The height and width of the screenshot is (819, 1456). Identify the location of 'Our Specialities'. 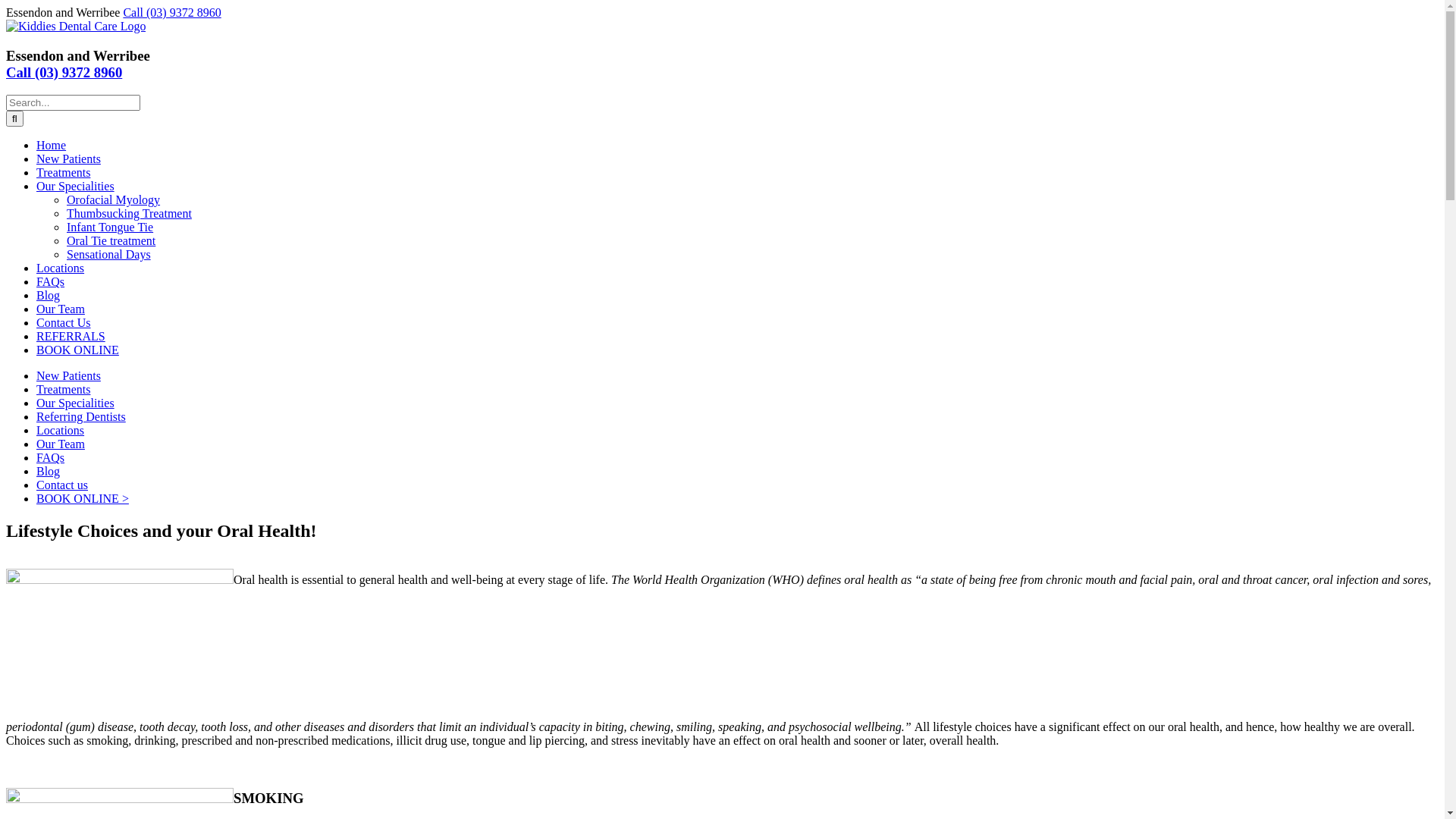
(74, 402).